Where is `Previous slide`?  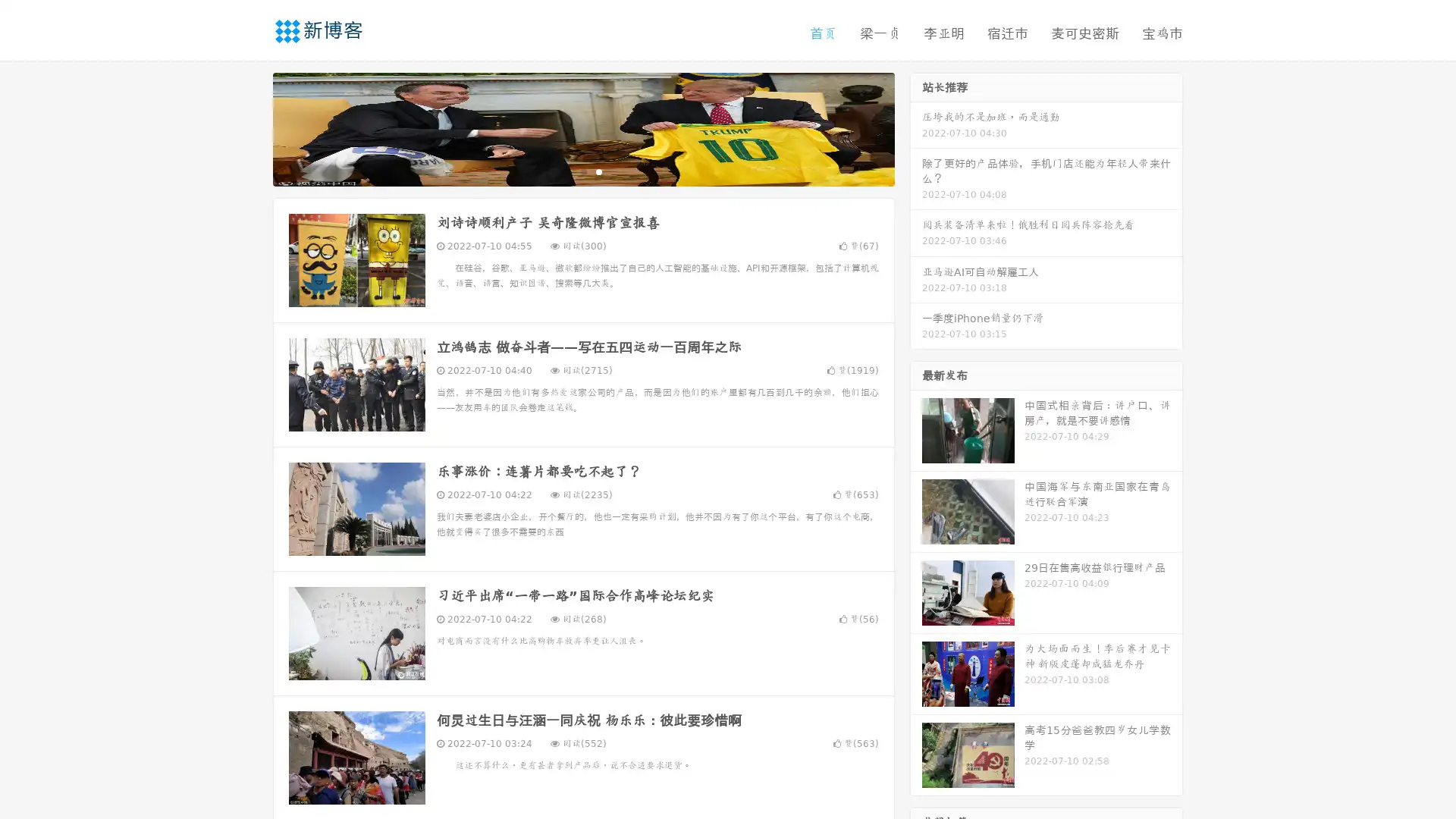 Previous slide is located at coordinates (250, 127).